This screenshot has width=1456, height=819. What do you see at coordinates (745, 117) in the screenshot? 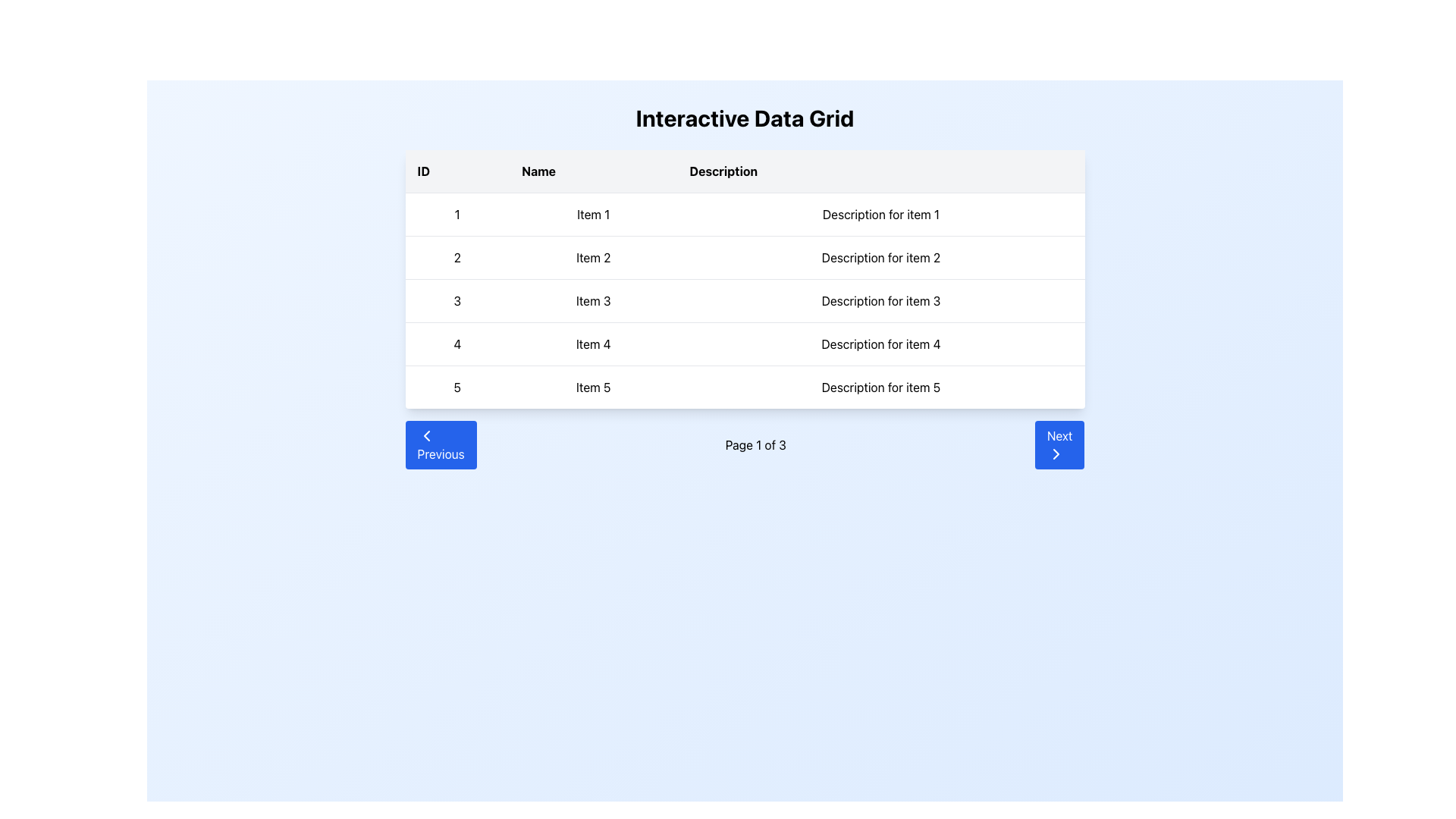
I see `the Header text that serves as a title for the page, located at the top of the layout, directly above a data table` at bounding box center [745, 117].